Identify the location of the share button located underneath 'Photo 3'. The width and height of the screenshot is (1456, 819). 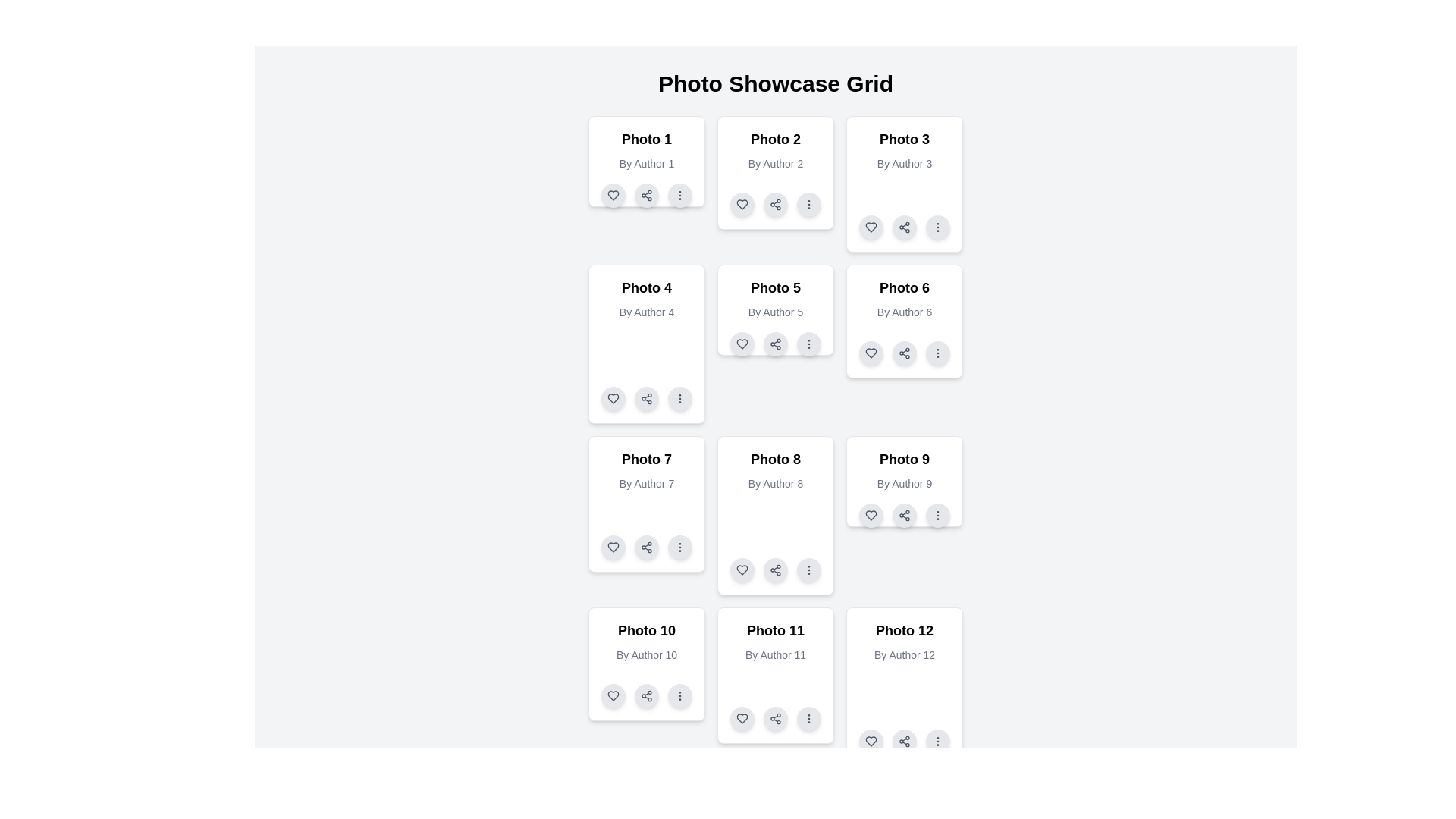
(905, 227).